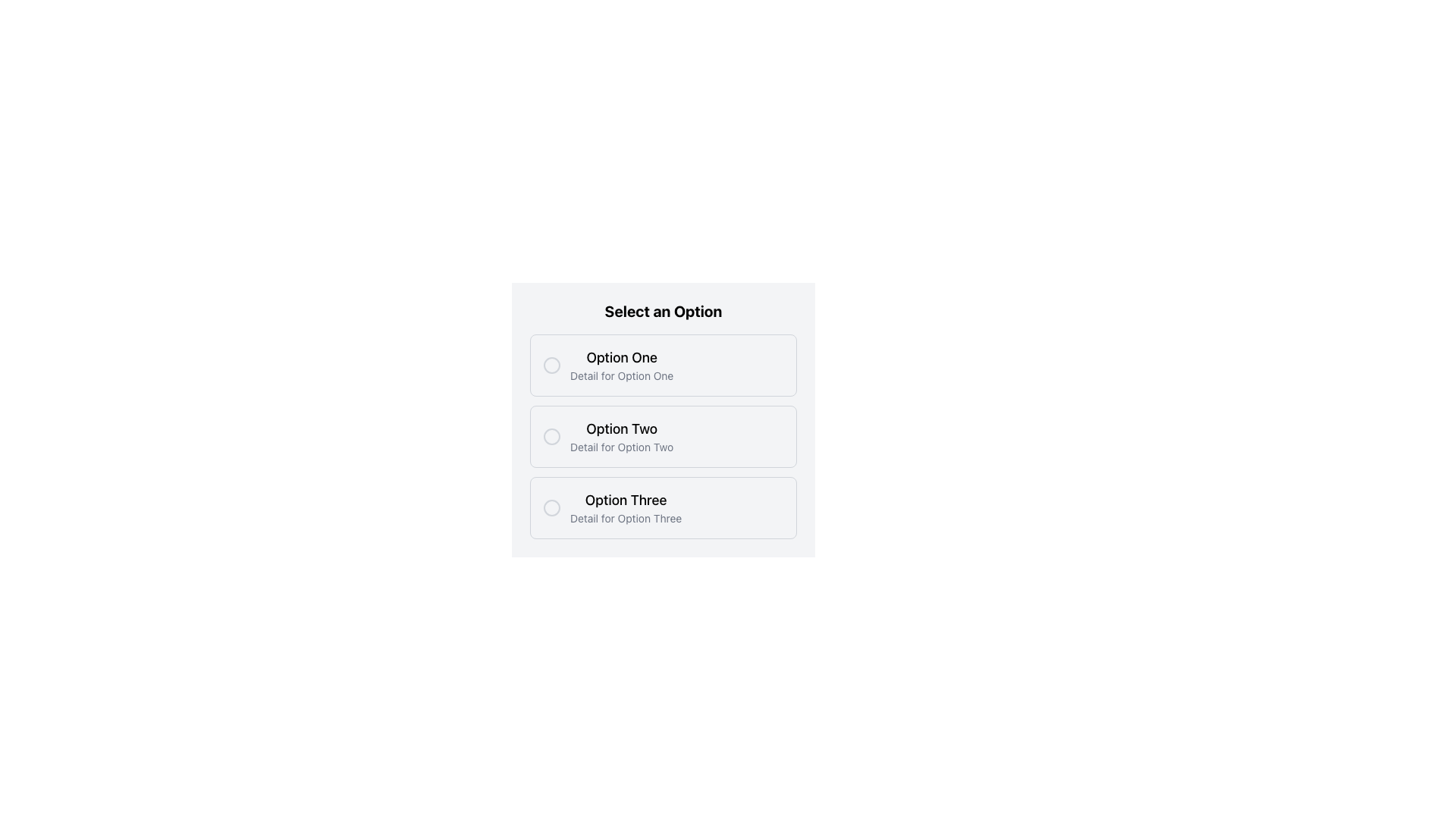 The height and width of the screenshot is (819, 1456). Describe the element at coordinates (663, 420) in the screenshot. I see `the Selectable Option Card labeled 'Option Two' which is styled with a light gray background and rounded borders, positioned in the center of a vertical stack of three selectable option cards` at that location.